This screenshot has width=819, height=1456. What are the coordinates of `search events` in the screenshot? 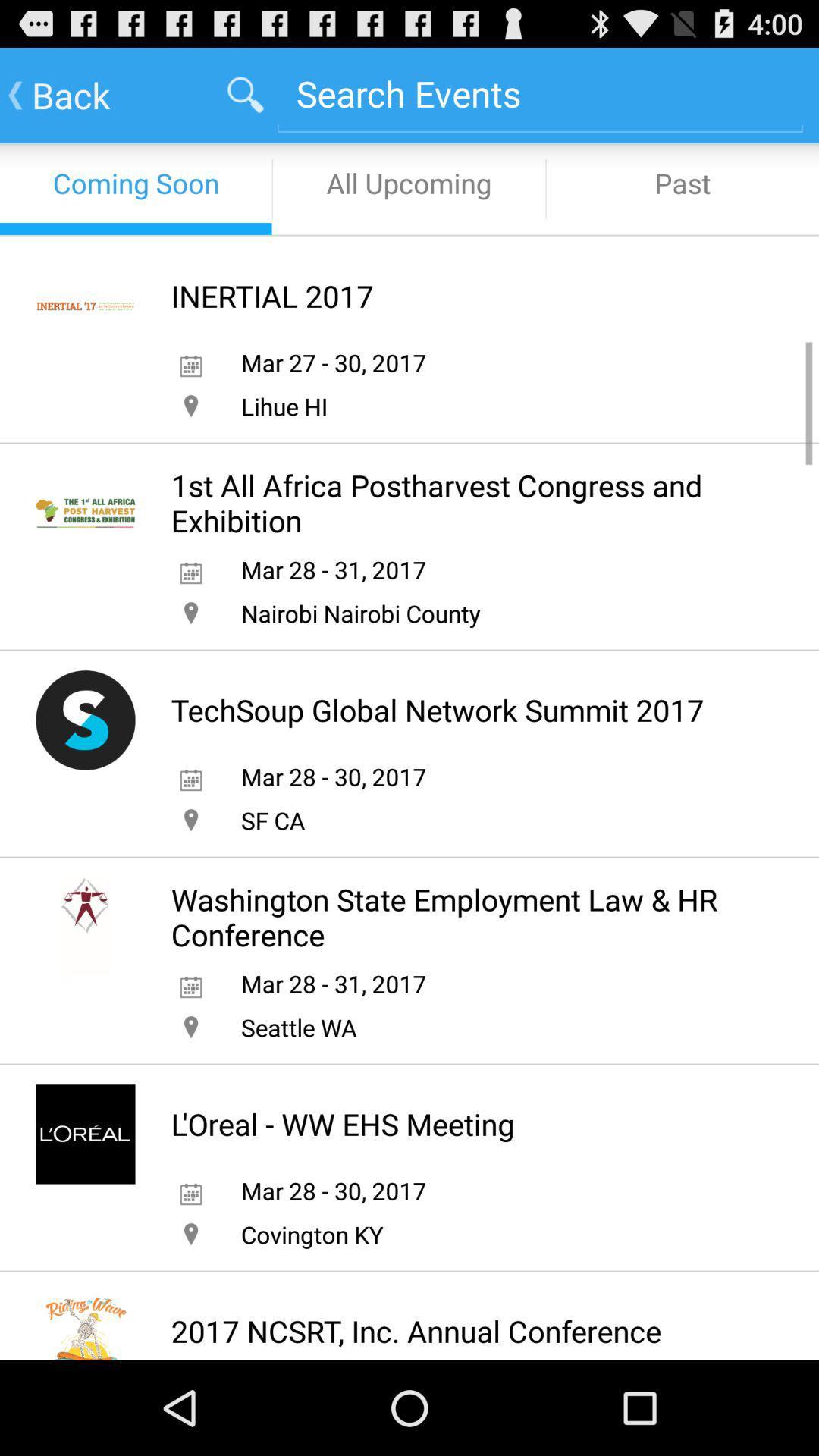 It's located at (539, 93).